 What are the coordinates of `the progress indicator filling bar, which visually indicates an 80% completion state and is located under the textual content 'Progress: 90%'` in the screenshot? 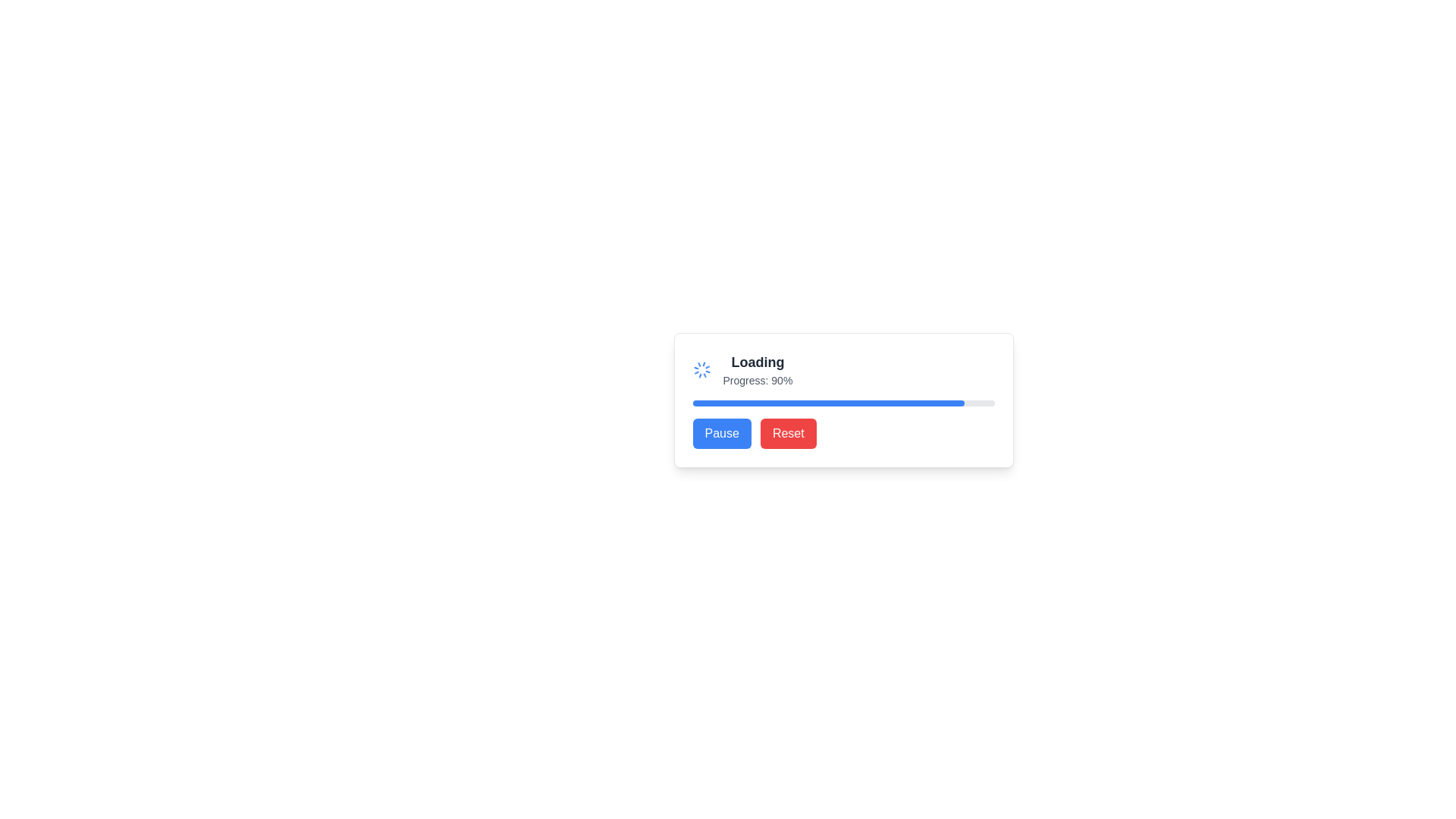 It's located at (812, 403).